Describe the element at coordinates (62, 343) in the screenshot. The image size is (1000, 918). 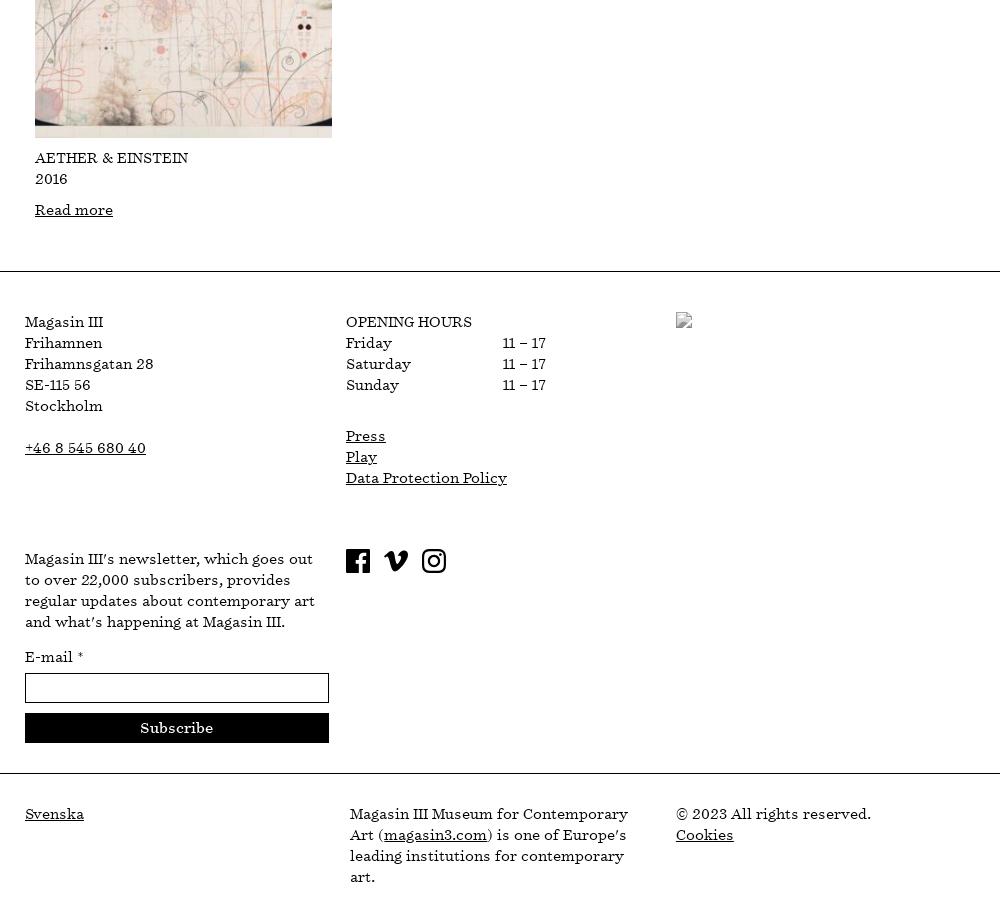
I see `'Frihamnen'` at that location.